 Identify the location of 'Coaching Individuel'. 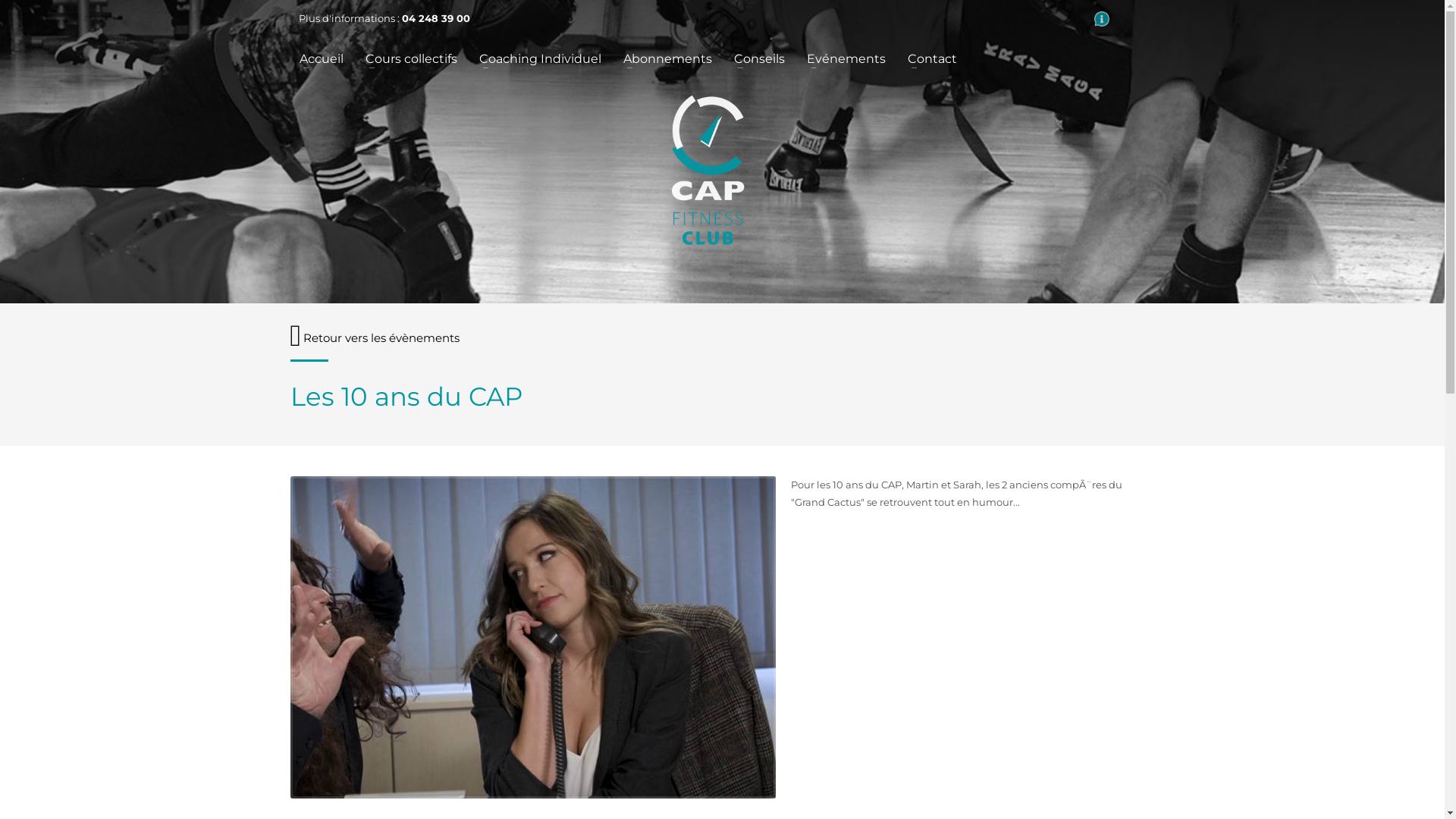
(540, 58).